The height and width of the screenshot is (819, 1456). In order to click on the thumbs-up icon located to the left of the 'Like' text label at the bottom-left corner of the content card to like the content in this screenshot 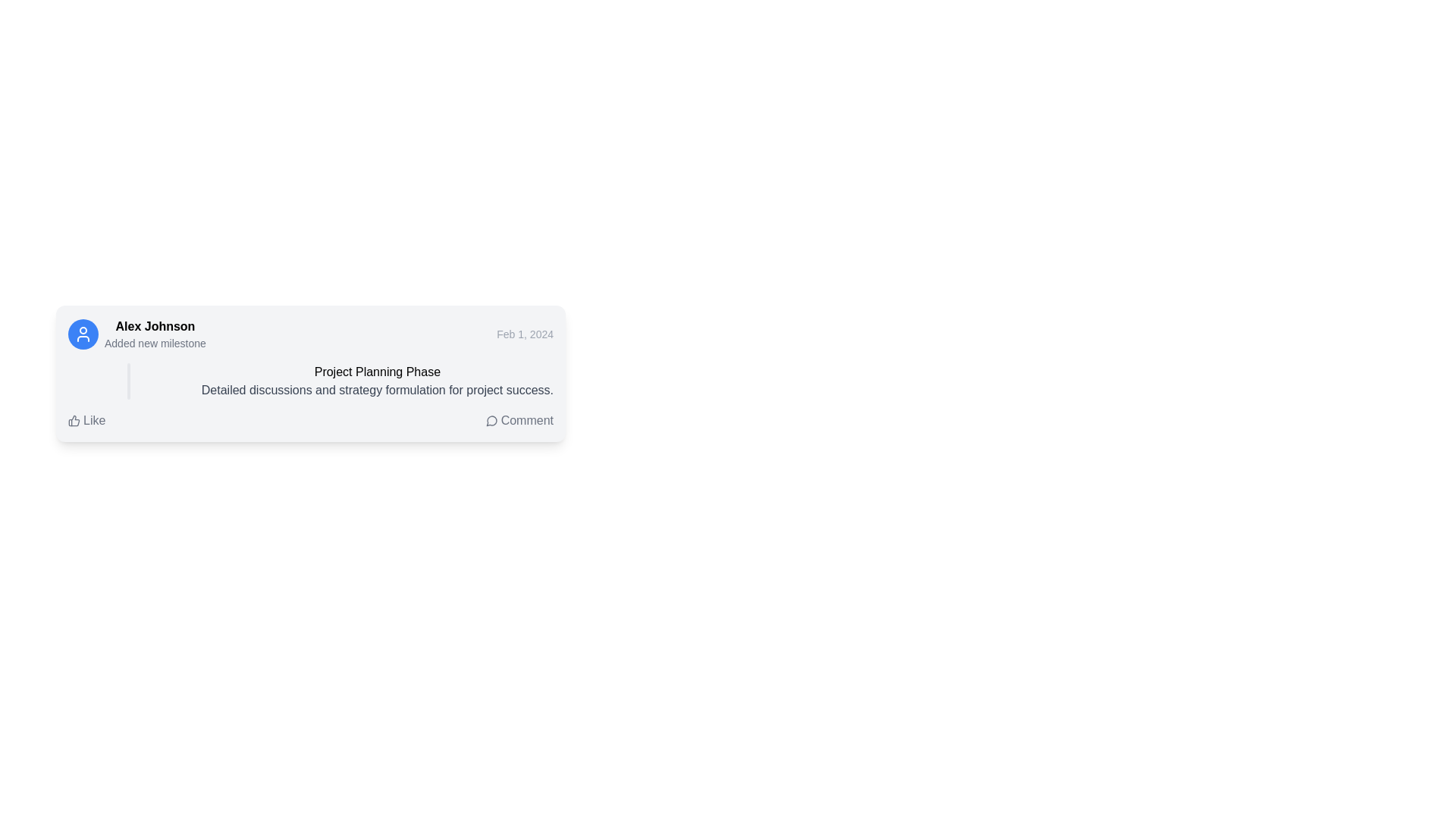, I will do `click(73, 421)`.